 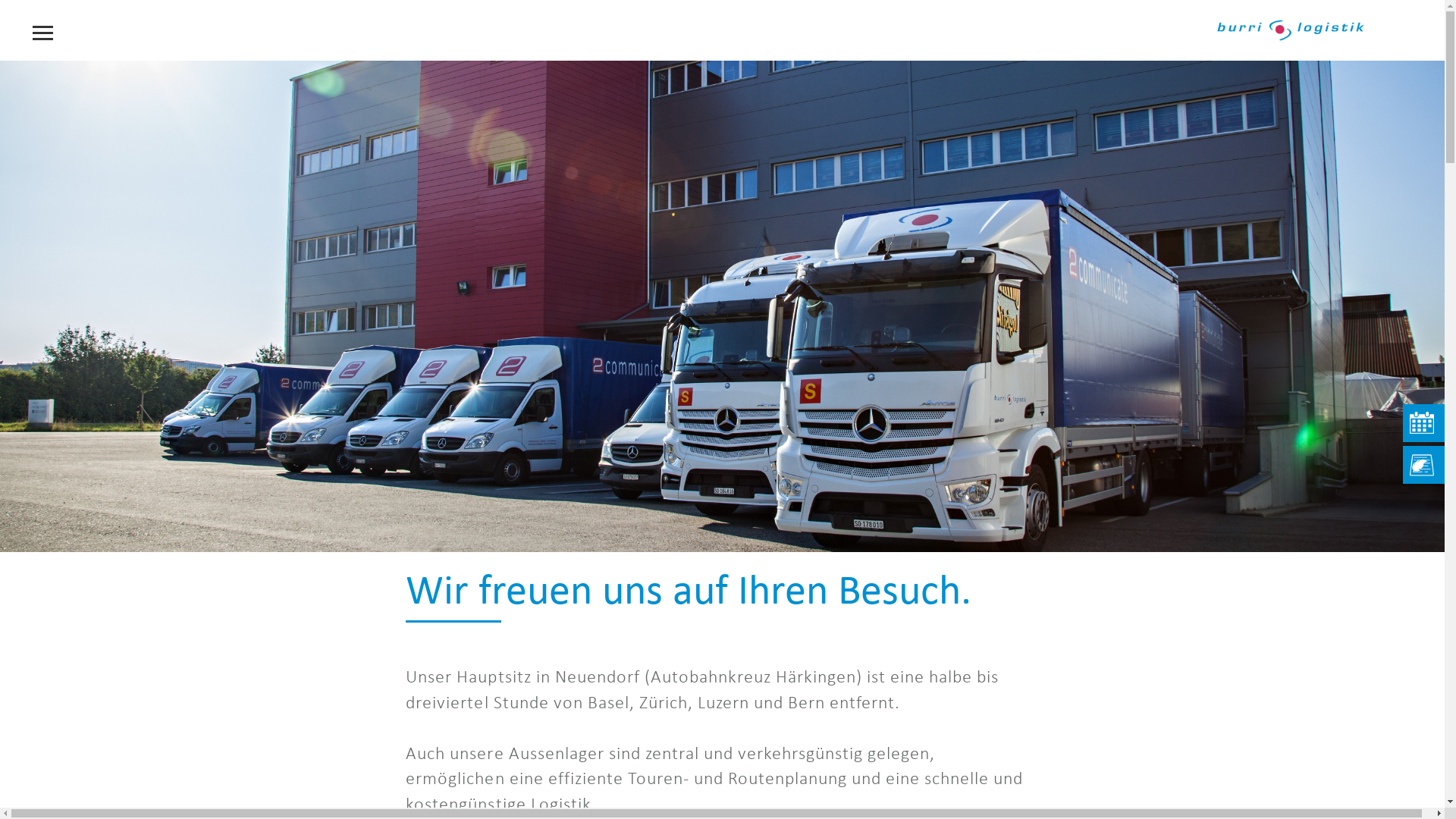 What do you see at coordinates (1290, 30) in the screenshot?
I see `'Burri Logistik Logo'` at bounding box center [1290, 30].